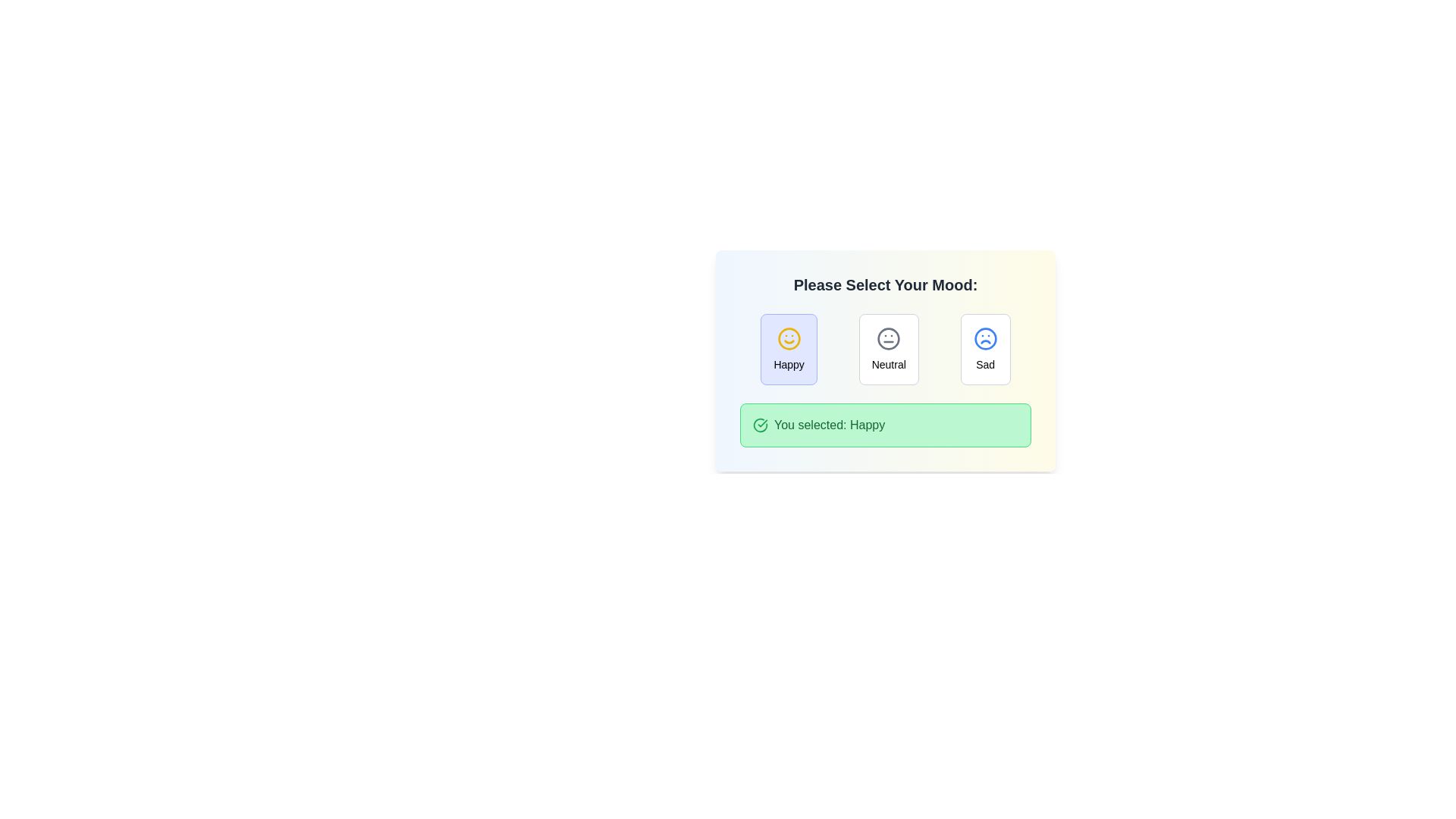 The height and width of the screenshot is (819, 1456). Describe the element at coordinates (985, 350) in the screenshot. I see `the third mood-selection button which is a round blue icon of a frowning face labeled 'Sad' beneath the title 'Please Select Your Mood:'` at that location.